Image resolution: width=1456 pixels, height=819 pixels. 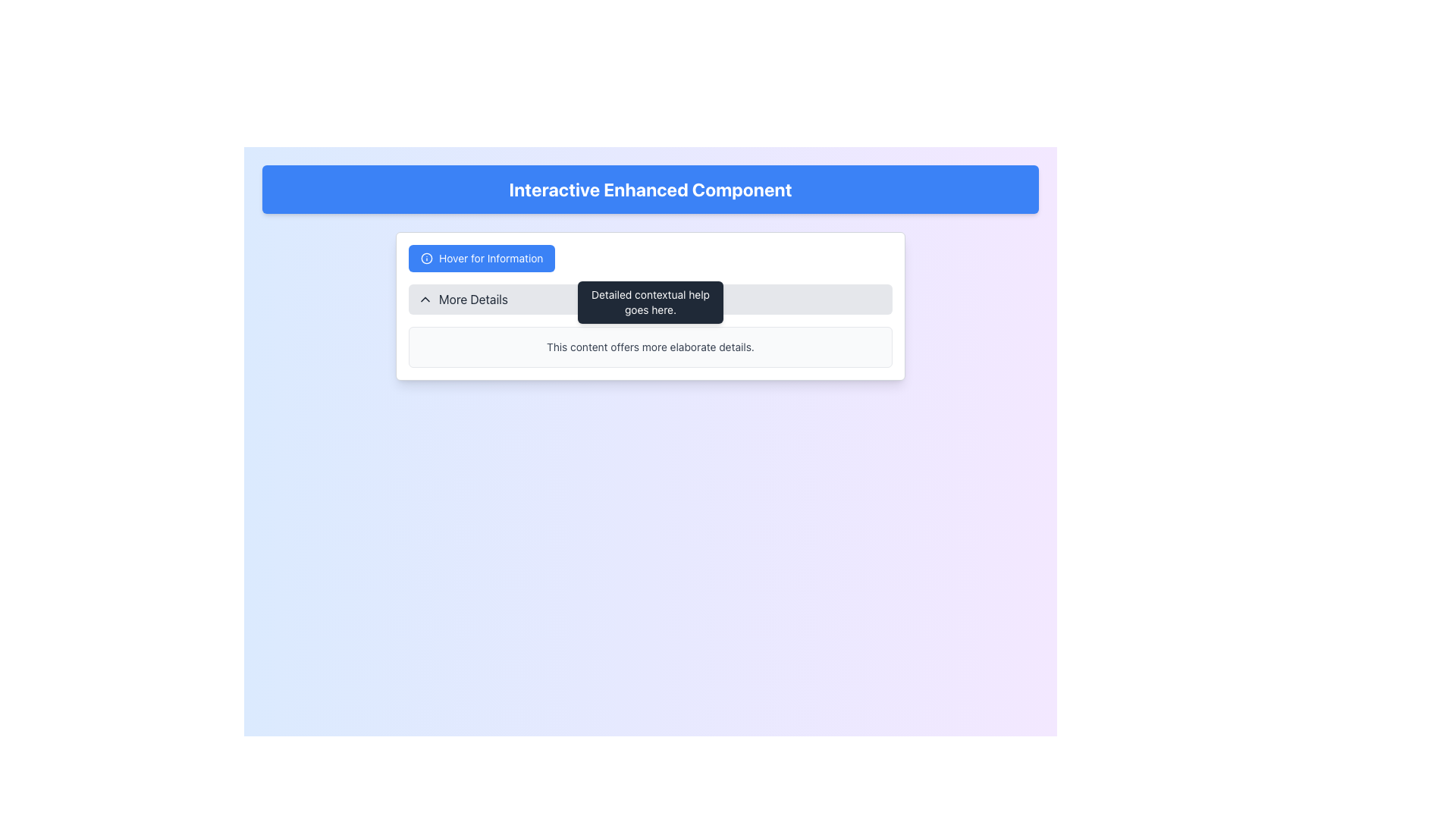 I want to click on the rectangular button with a blue background and rounded corners that has white text reading 'Hover for Information', so click(x=481, y=257).